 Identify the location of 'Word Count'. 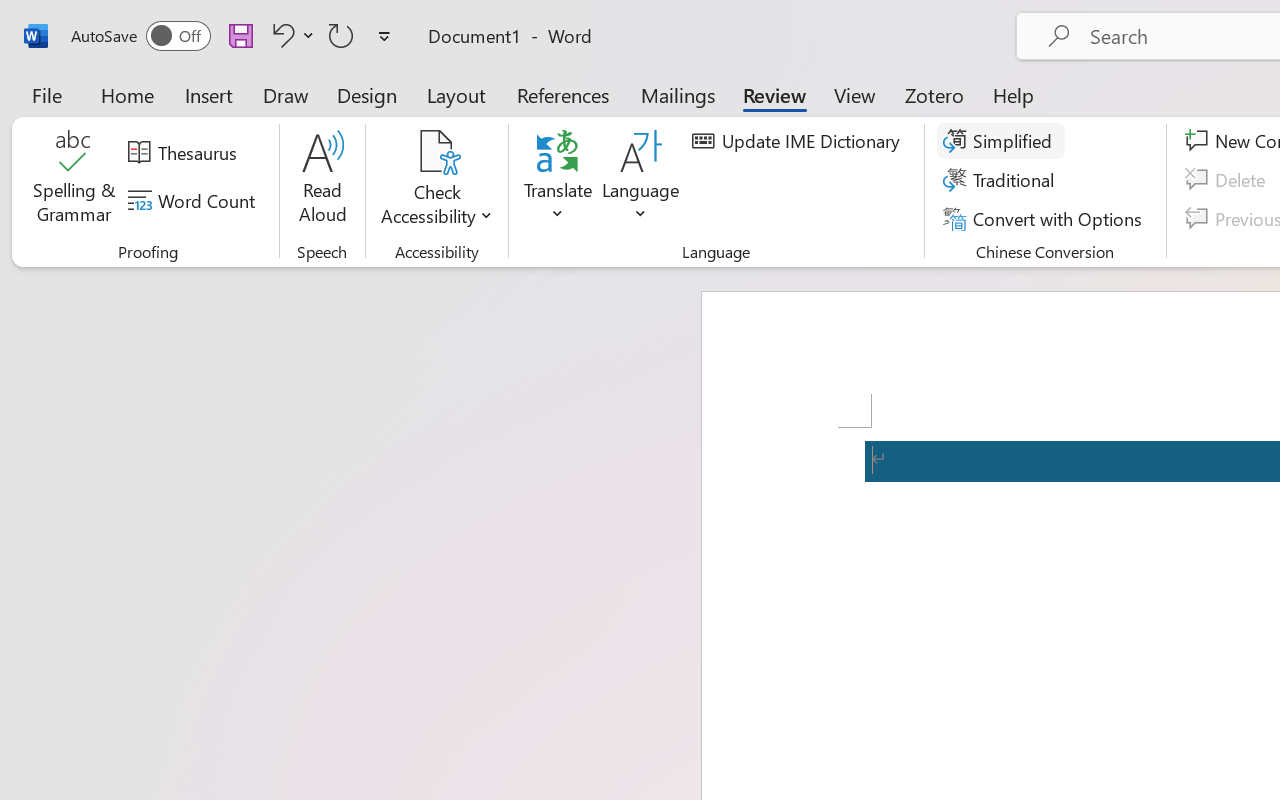
(194, 201).